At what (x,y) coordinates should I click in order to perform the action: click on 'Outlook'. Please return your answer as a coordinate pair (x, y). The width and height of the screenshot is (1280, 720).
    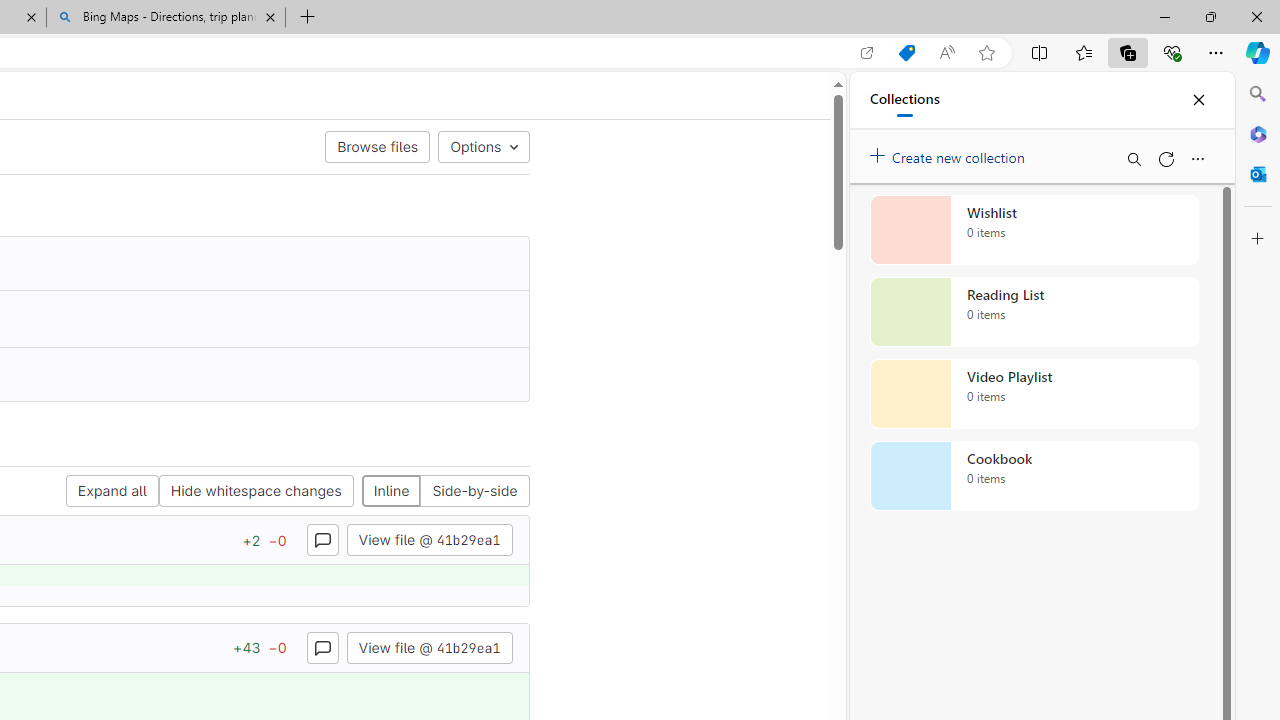
    Looking at the image, I should click on (1257, 173).